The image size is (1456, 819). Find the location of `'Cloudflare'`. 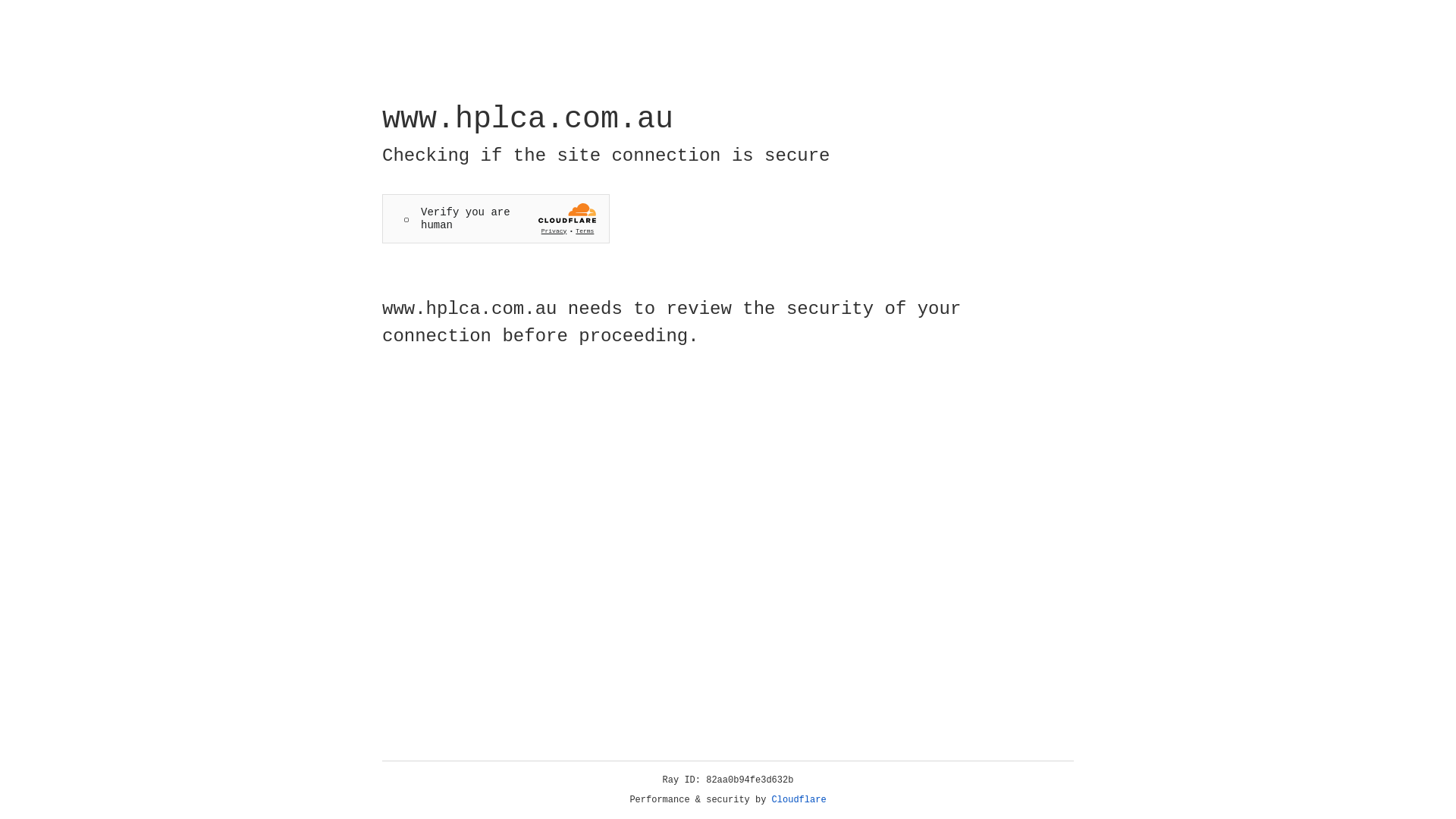

'Cloudflare' is located at coordinates (799, 799).